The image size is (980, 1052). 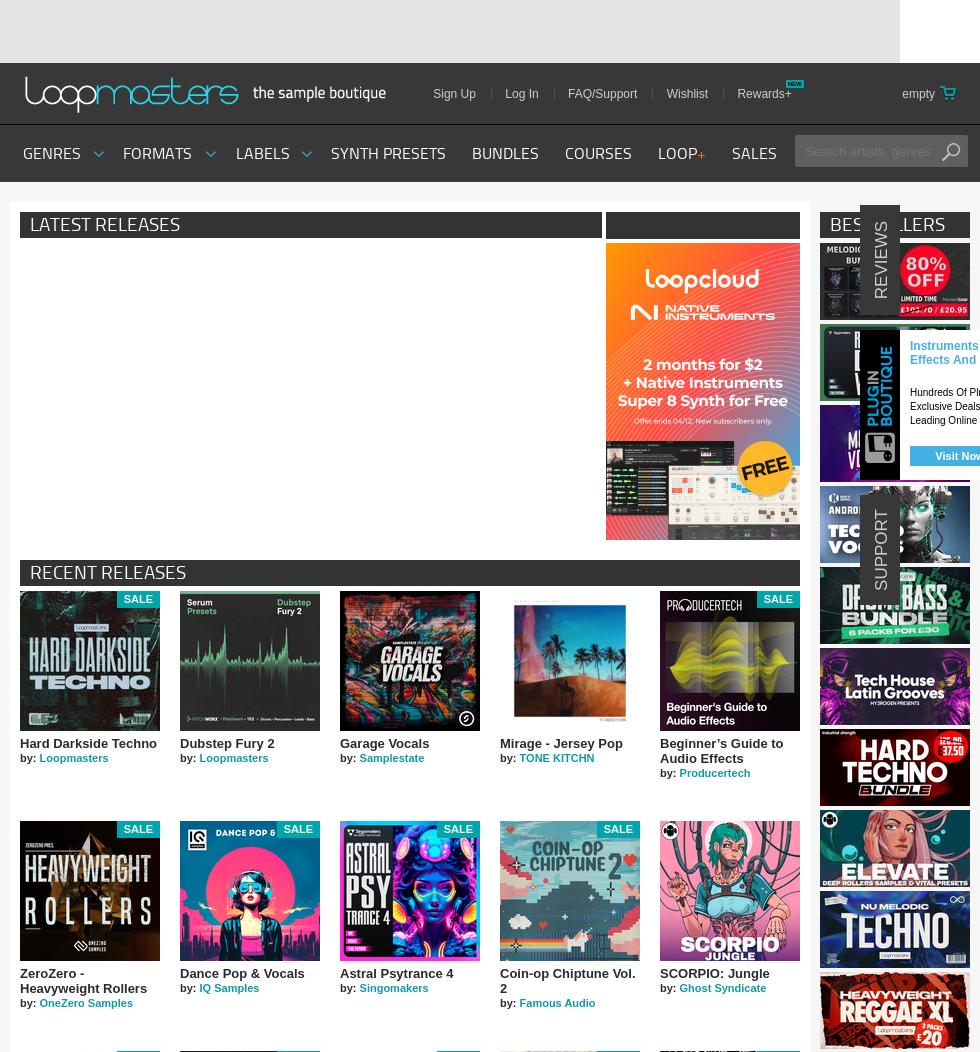 What do you see at coordinates (504, 152) in the screenshot?
I see `'Bundles'` at bounding box center [504, 152].